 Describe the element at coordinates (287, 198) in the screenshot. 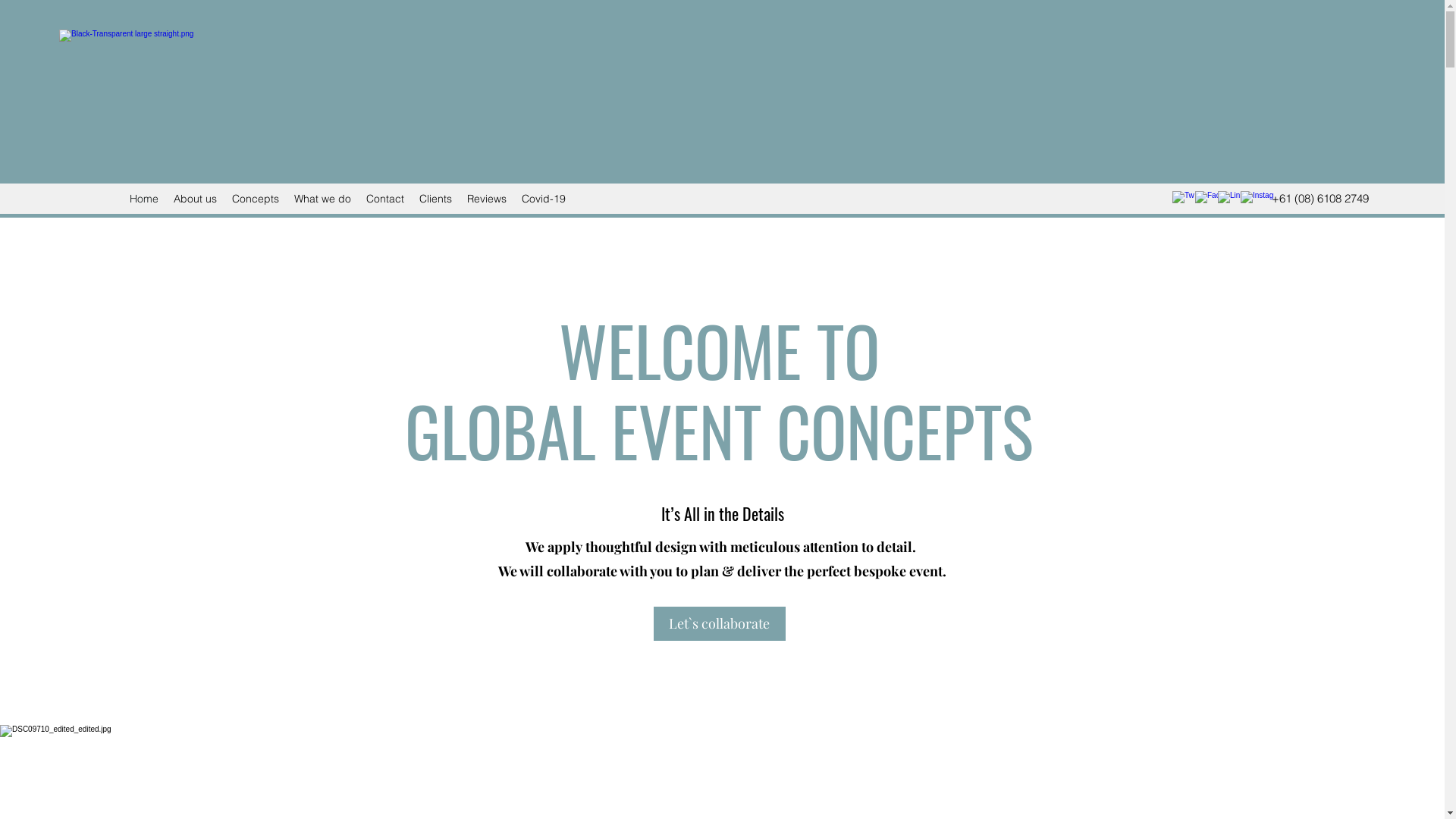

I see `'What we do'` at that location.